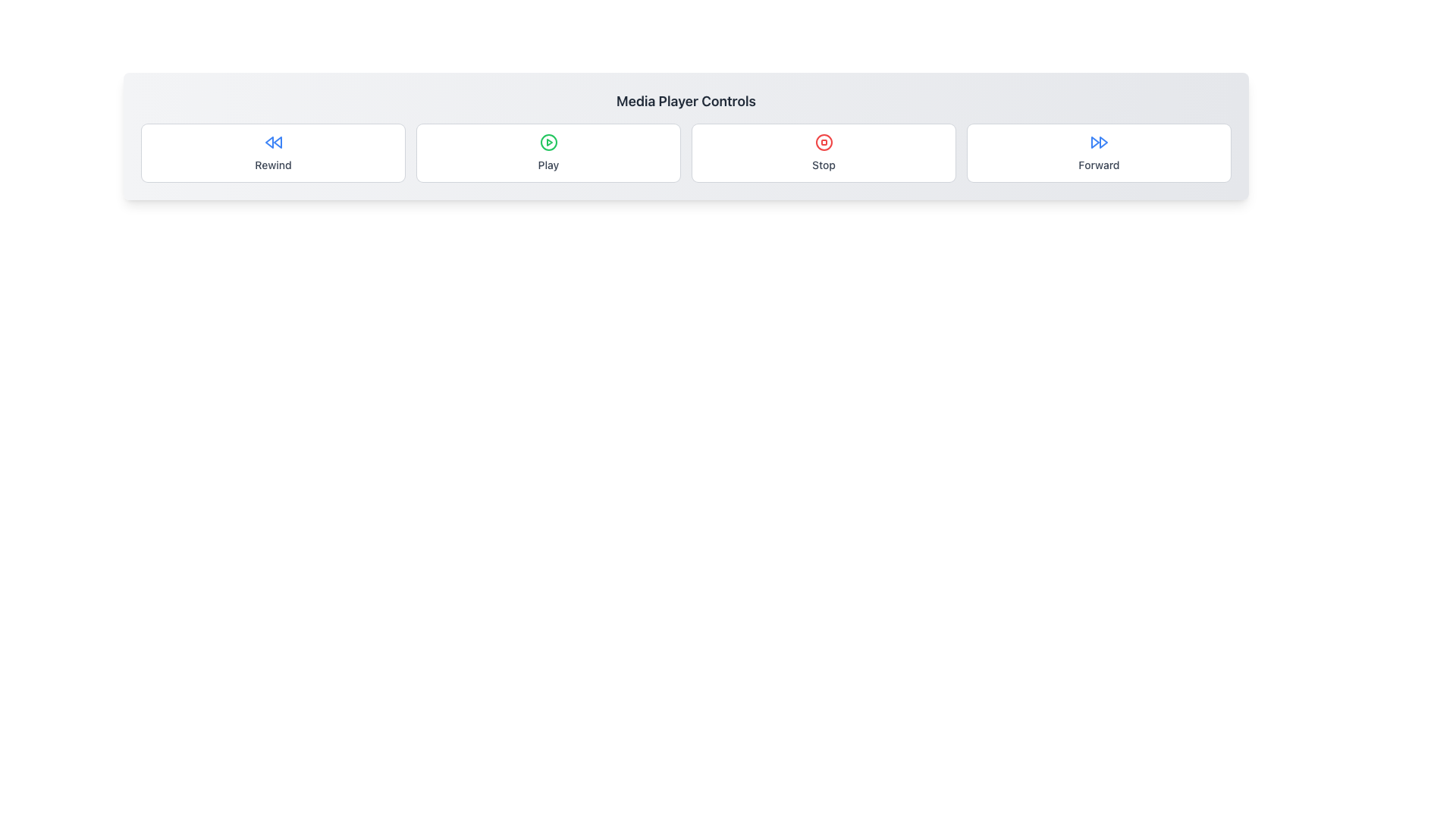 The width and height of the screenshot is (1456, 819). Describe the element at coordinates (1095, 143) in the screenshot. I see `the left triangle of the fast-forward icon located in the right-most position of the media controls` at that location.